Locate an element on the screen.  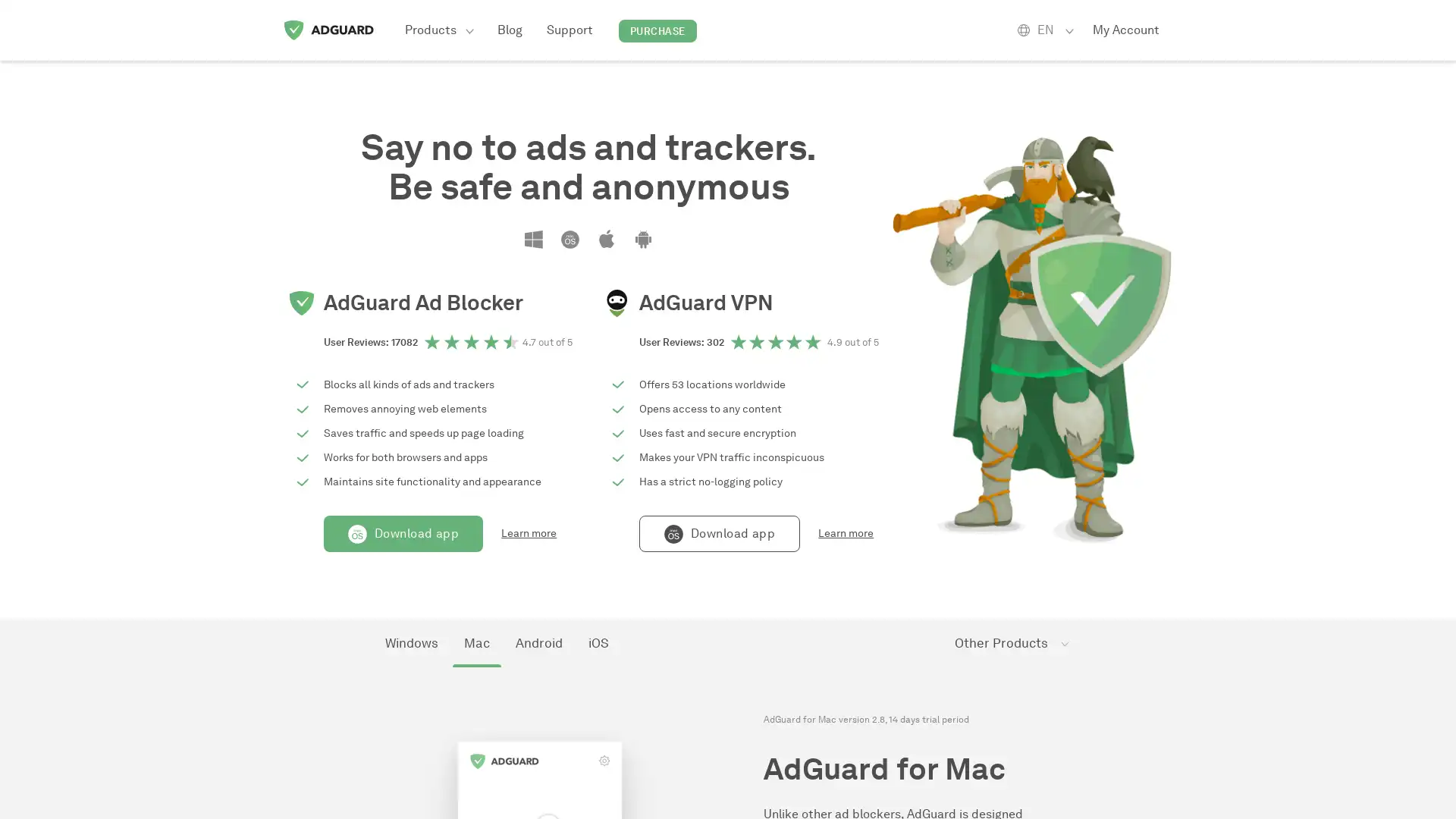
Android is located at coordinates (538, 643).